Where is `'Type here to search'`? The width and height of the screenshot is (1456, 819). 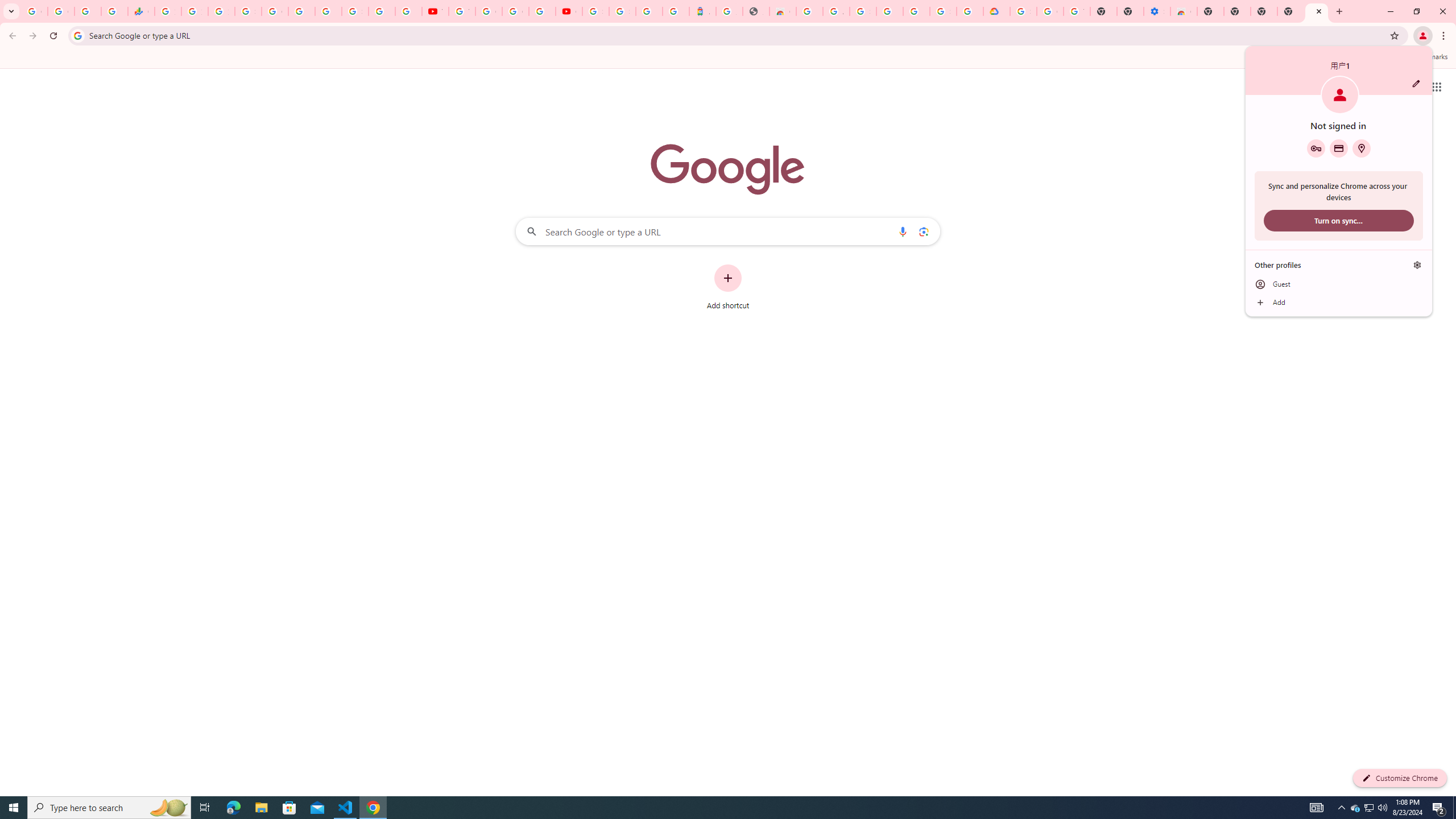 'Type here to search' is located at coordinates (109, 806).